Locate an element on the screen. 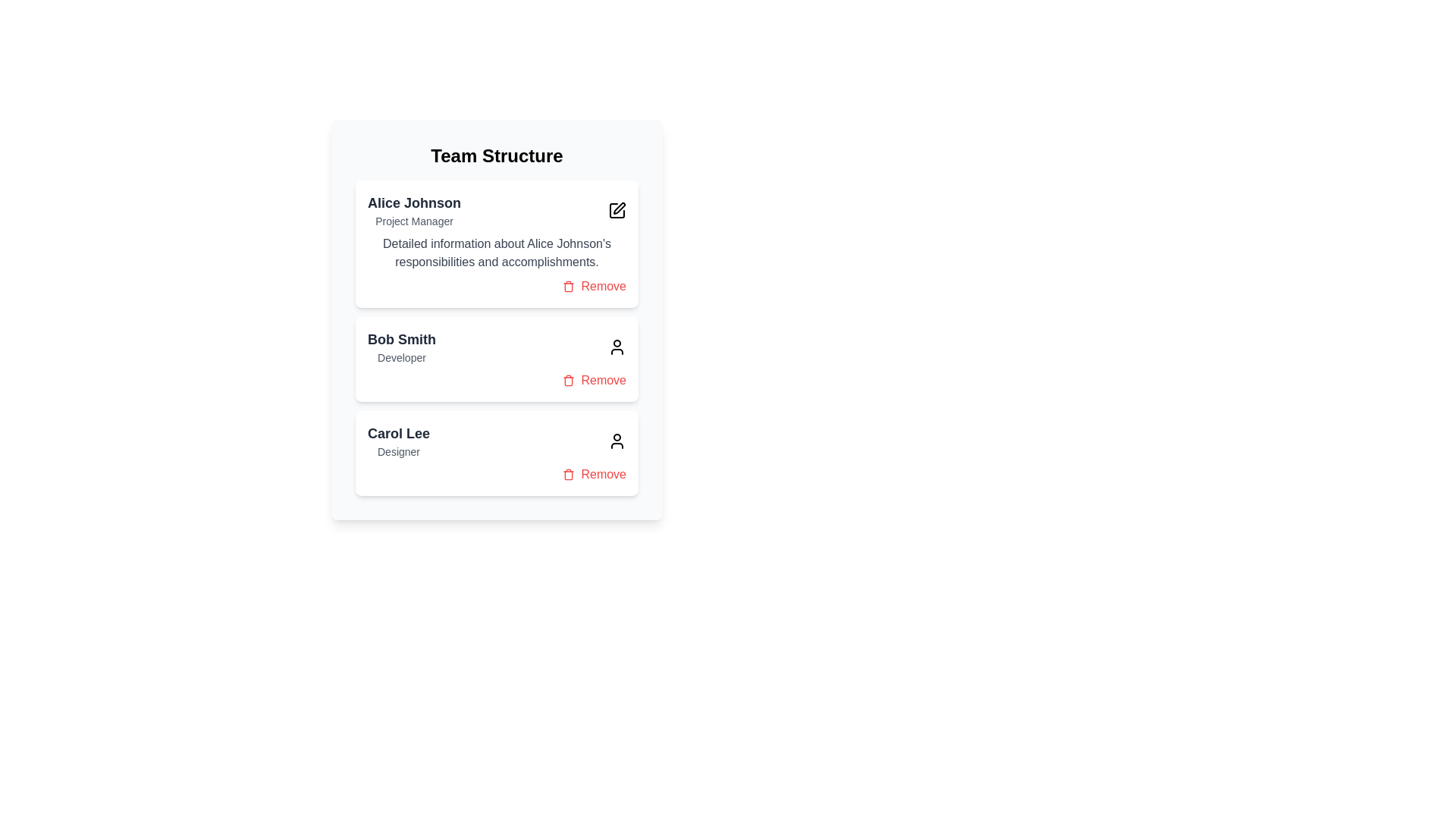 The image size is (1456, 819). 'Remove' button for the team member identified by Bob Smith is located at coordinates (593, 379).